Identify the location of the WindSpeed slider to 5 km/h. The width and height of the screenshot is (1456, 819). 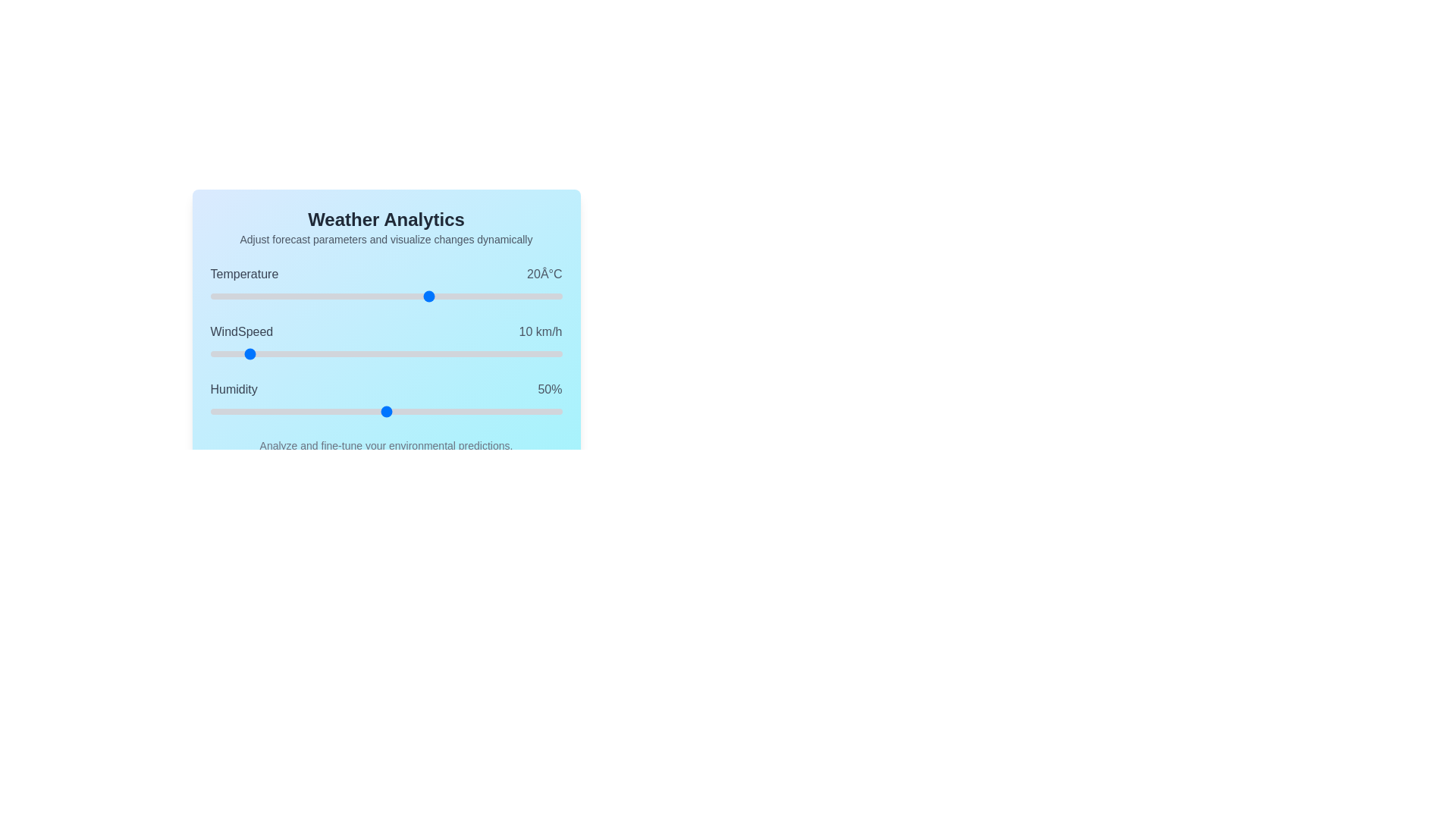
(227, 353).